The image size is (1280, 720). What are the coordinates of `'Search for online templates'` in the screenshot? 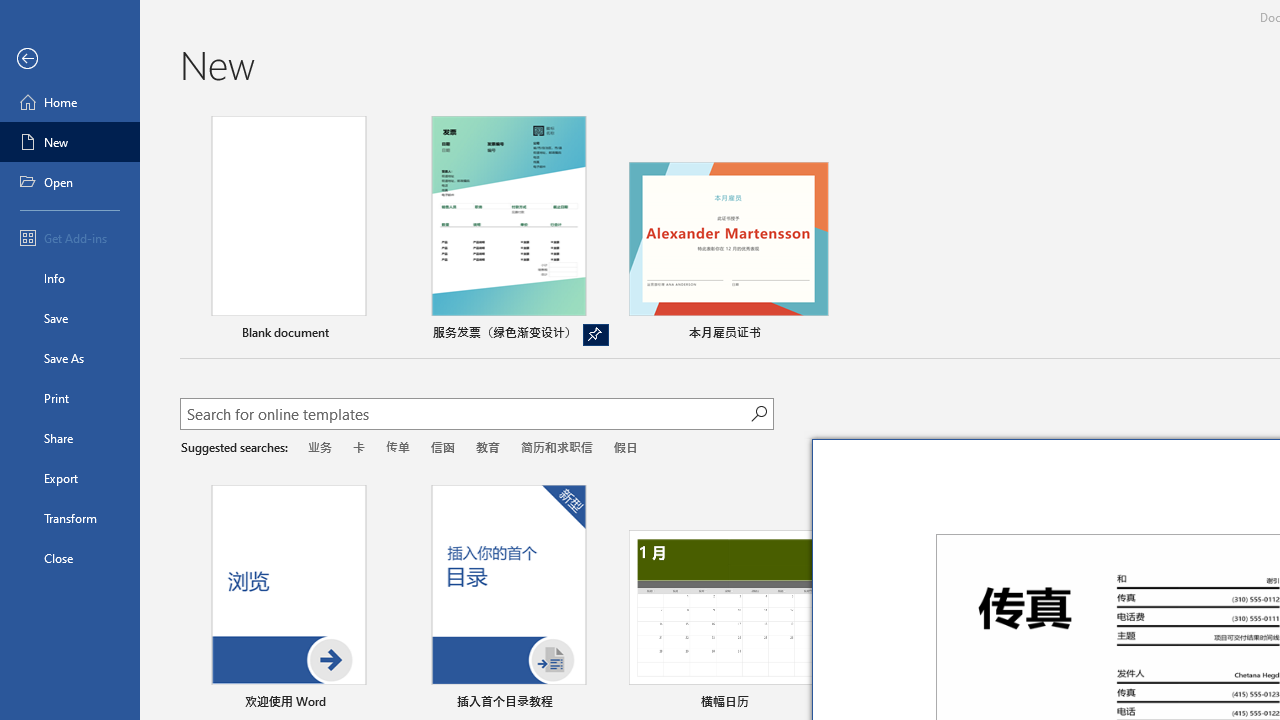 It's located at (464, 415).